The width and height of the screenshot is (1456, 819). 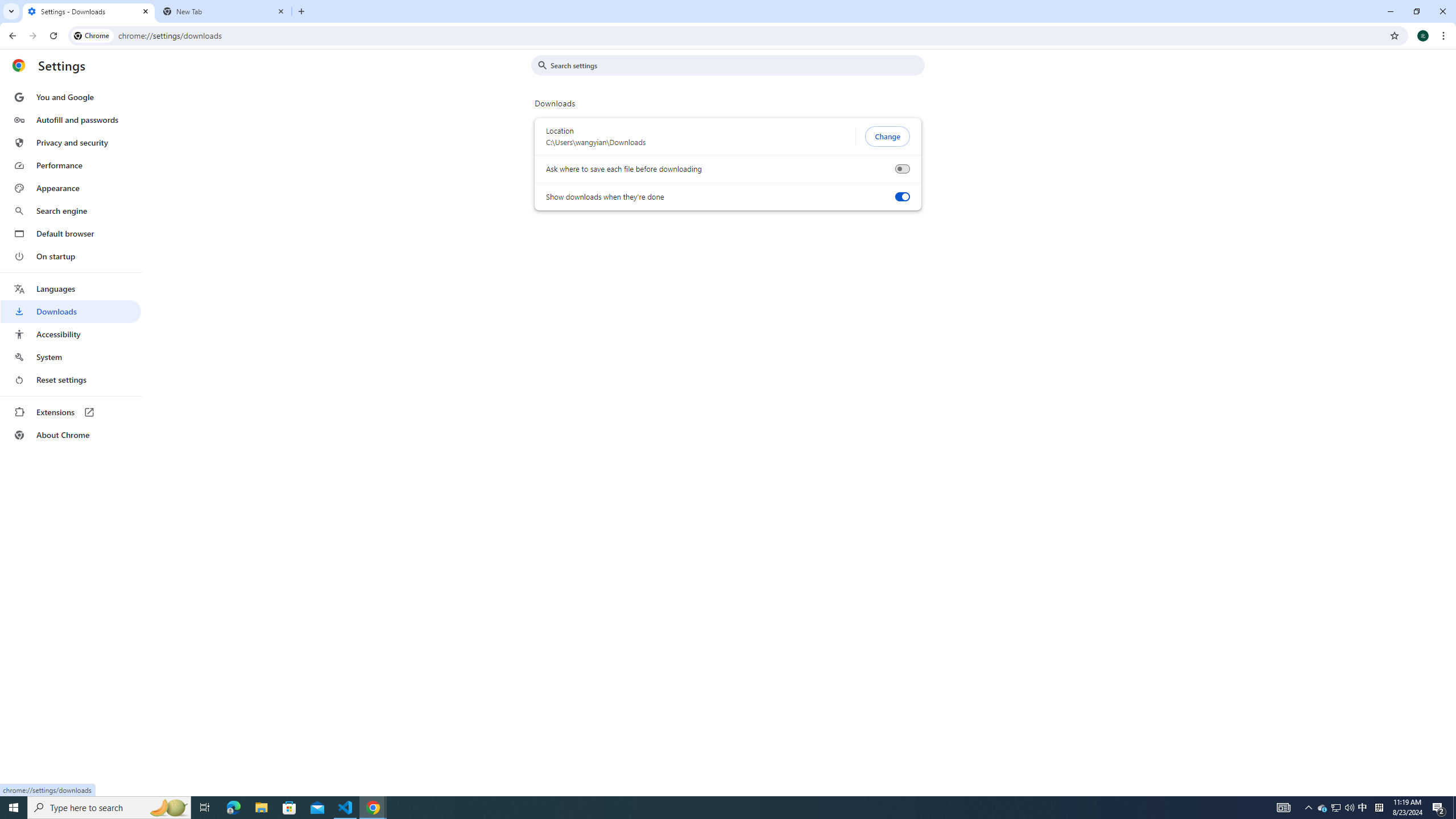 What do you see at coordinates (901, 197) in the screenshot?
I see `'Show downloads when they'` at bounding box center [901, 197].